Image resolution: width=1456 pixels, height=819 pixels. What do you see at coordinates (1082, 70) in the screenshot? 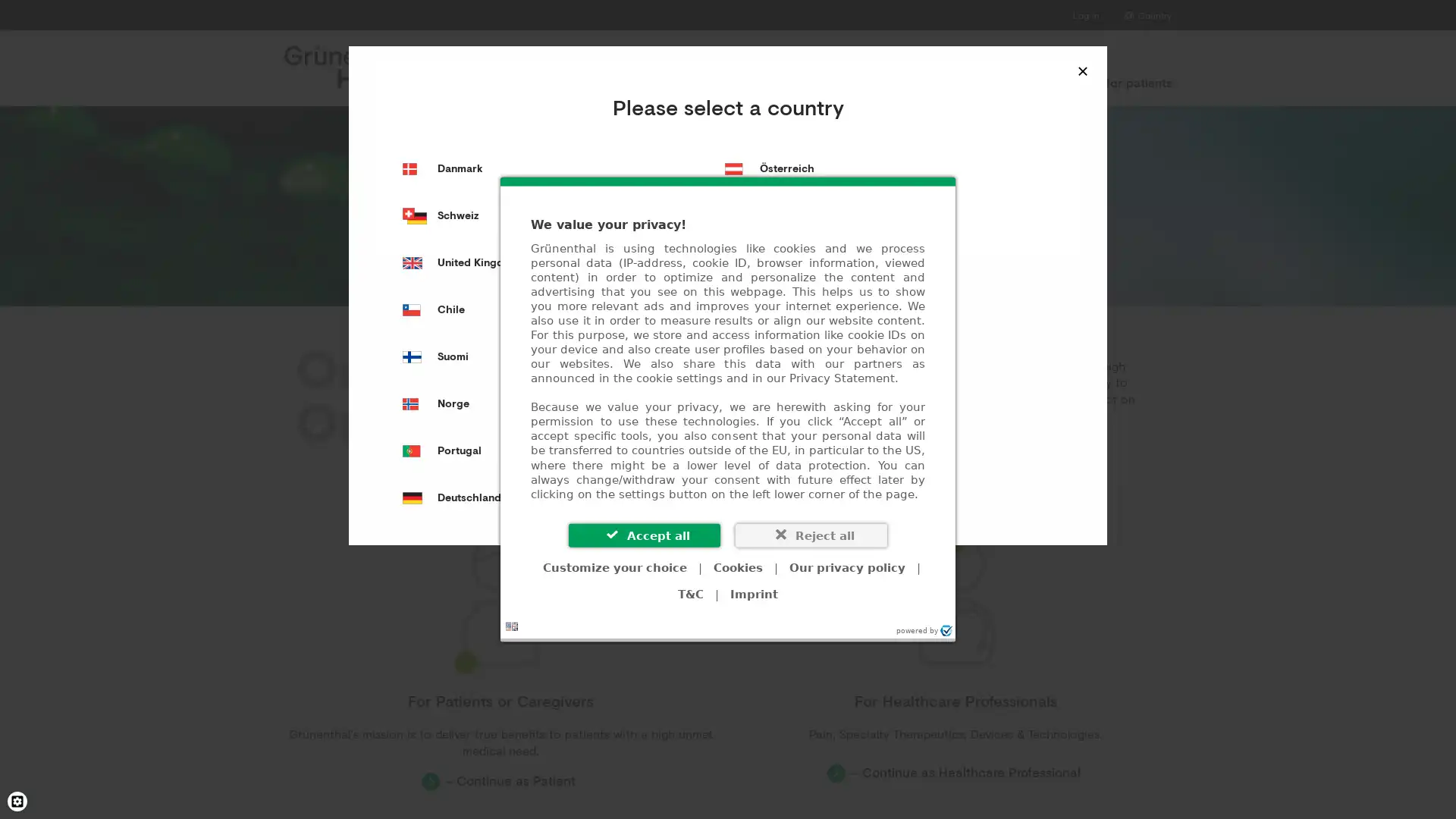
I see `Close reveal` at bounding box center [1082, 70].